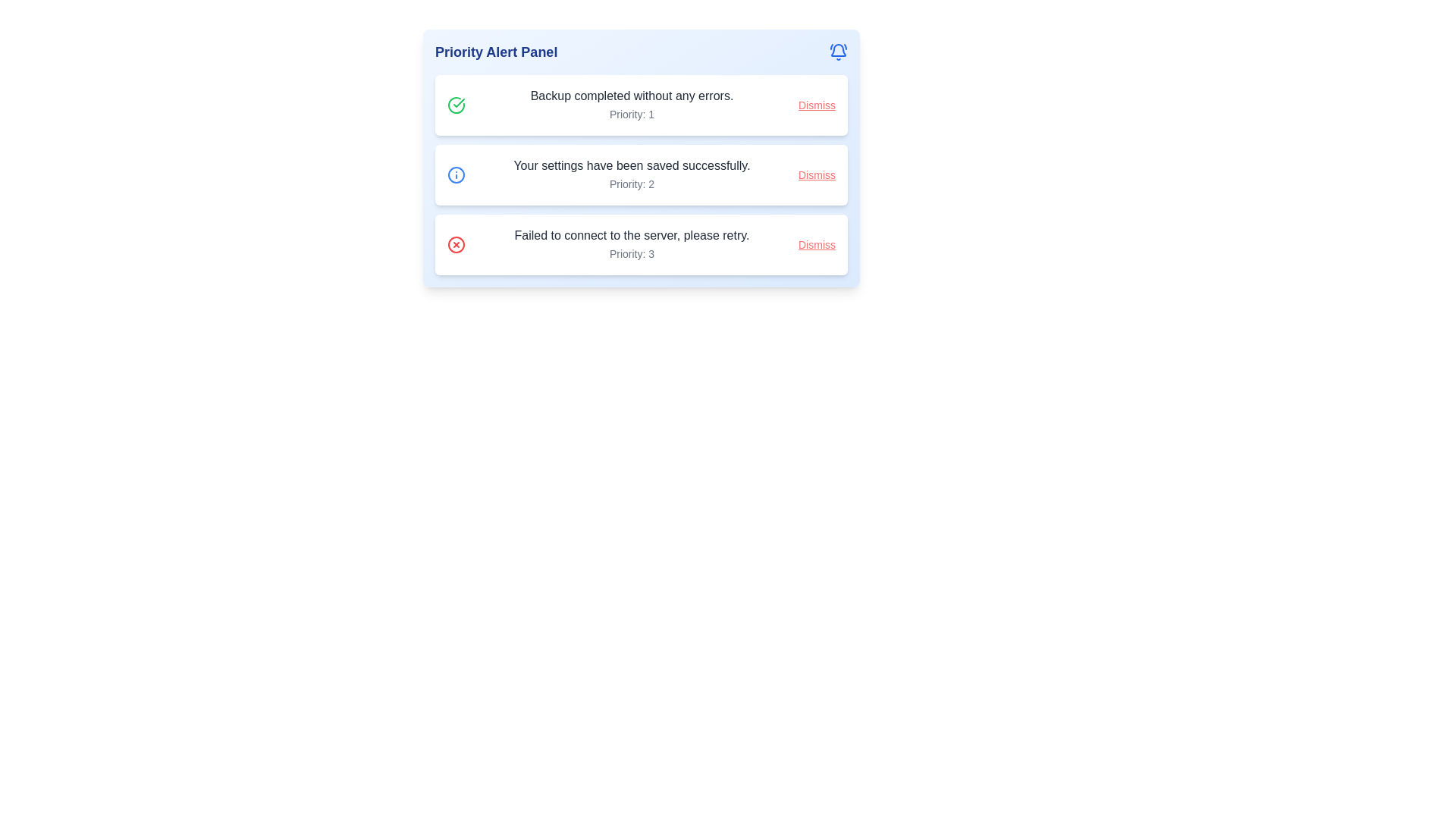 The height and width of the screenshot is (819, 1456). What do you see at coordinates (455, 244) in the screenshot?
I see `the error icon located in the lower part of the notification card displaying the message 'Failed to connect to the server, please retry.' in the 'Priority Alert Panel.'` at bounding box center [455, 244].